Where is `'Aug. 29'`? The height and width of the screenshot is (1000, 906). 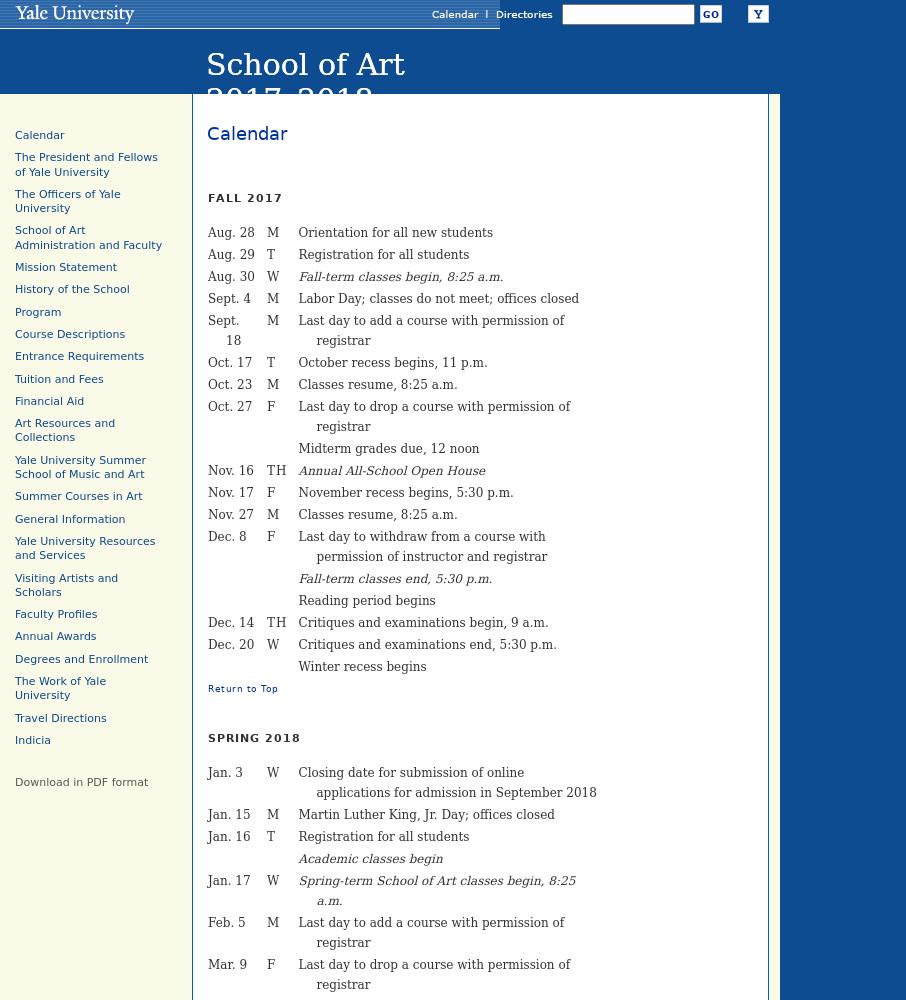 'Aug. 29' is located at coordinates (231, 255).